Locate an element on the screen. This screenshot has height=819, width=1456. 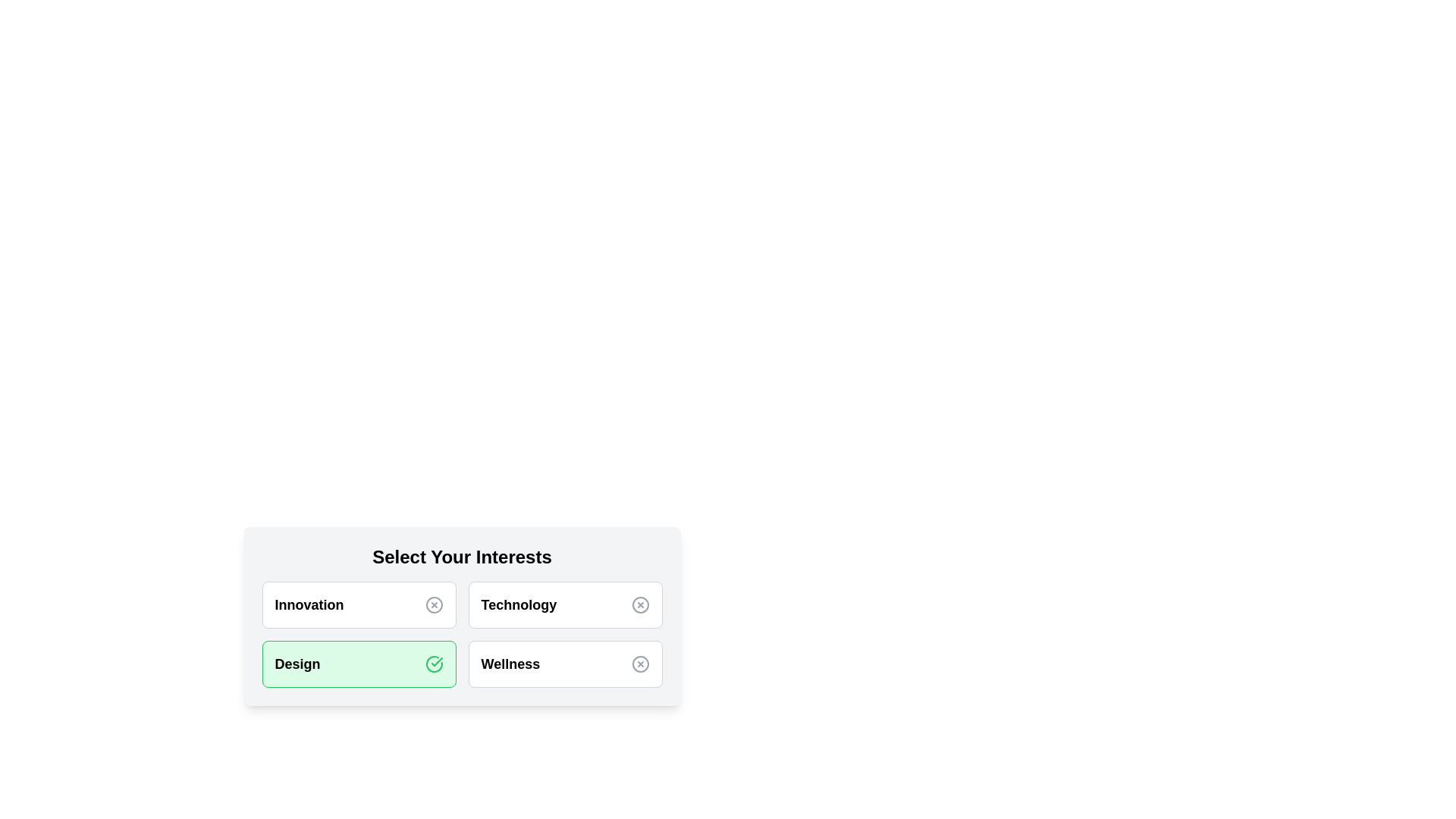
the category Wellness by clicking on it is located at coordinates (564, 663).